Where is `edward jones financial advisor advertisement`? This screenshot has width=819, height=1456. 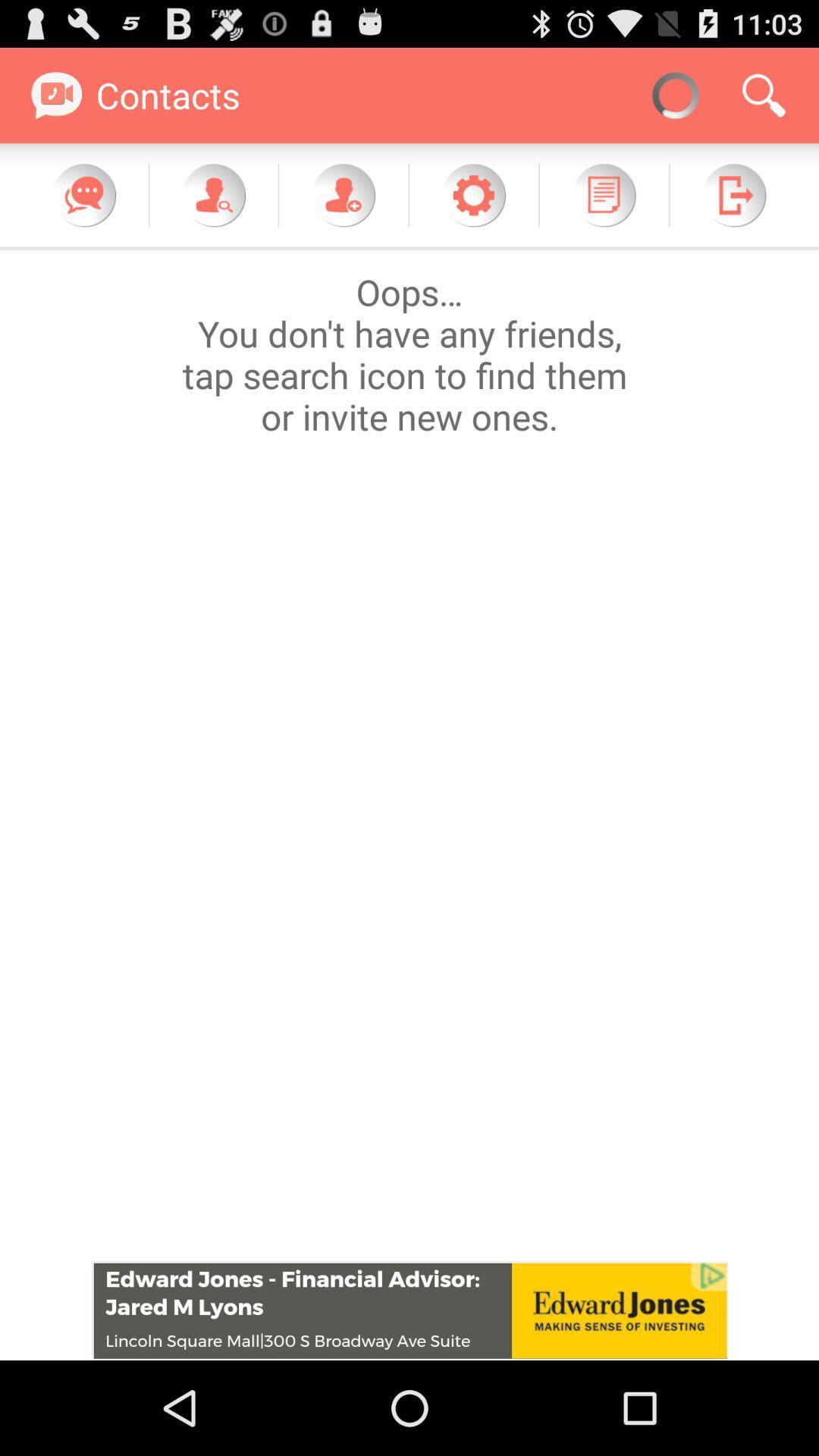
edward jones financial advisor advertisement is located at coordinates (409, 1310).